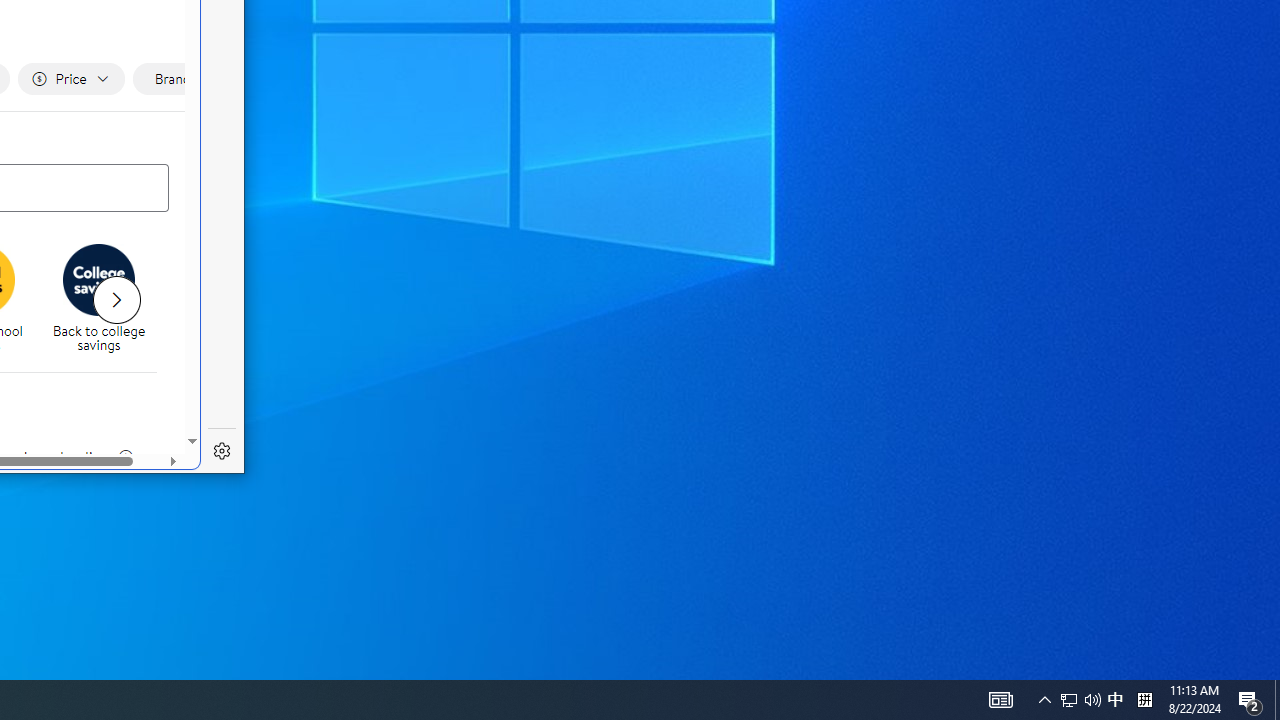 Image resolution: width=1280 pixels, height=720 pixels. What do you see at coordinates (1044, 698) in the screenshot?
I see `'Notification Chevron'` at bounding box center [1044, 698].